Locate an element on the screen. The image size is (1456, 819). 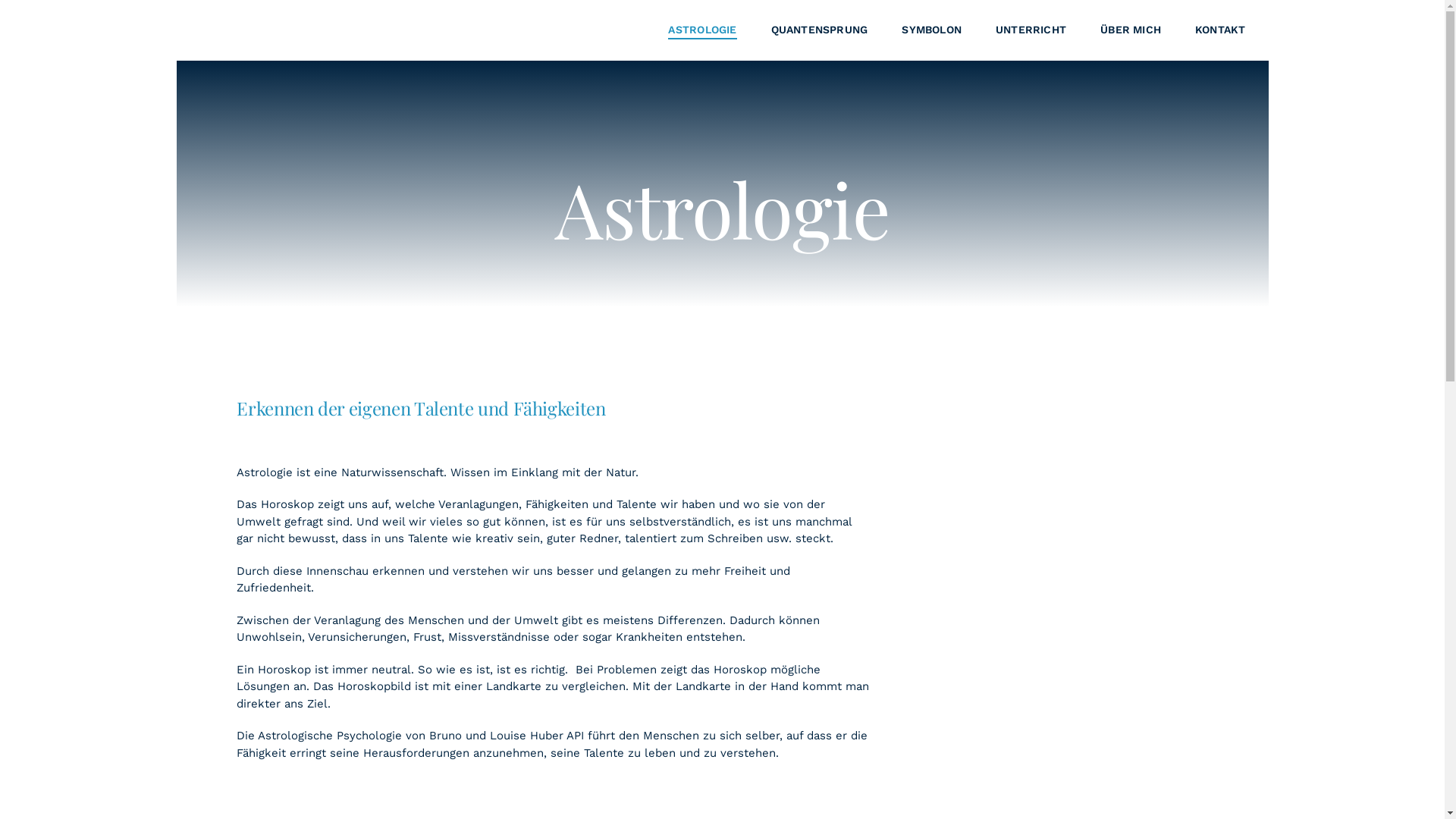
'KONTAKT' is located at coordinates (1219, 30).